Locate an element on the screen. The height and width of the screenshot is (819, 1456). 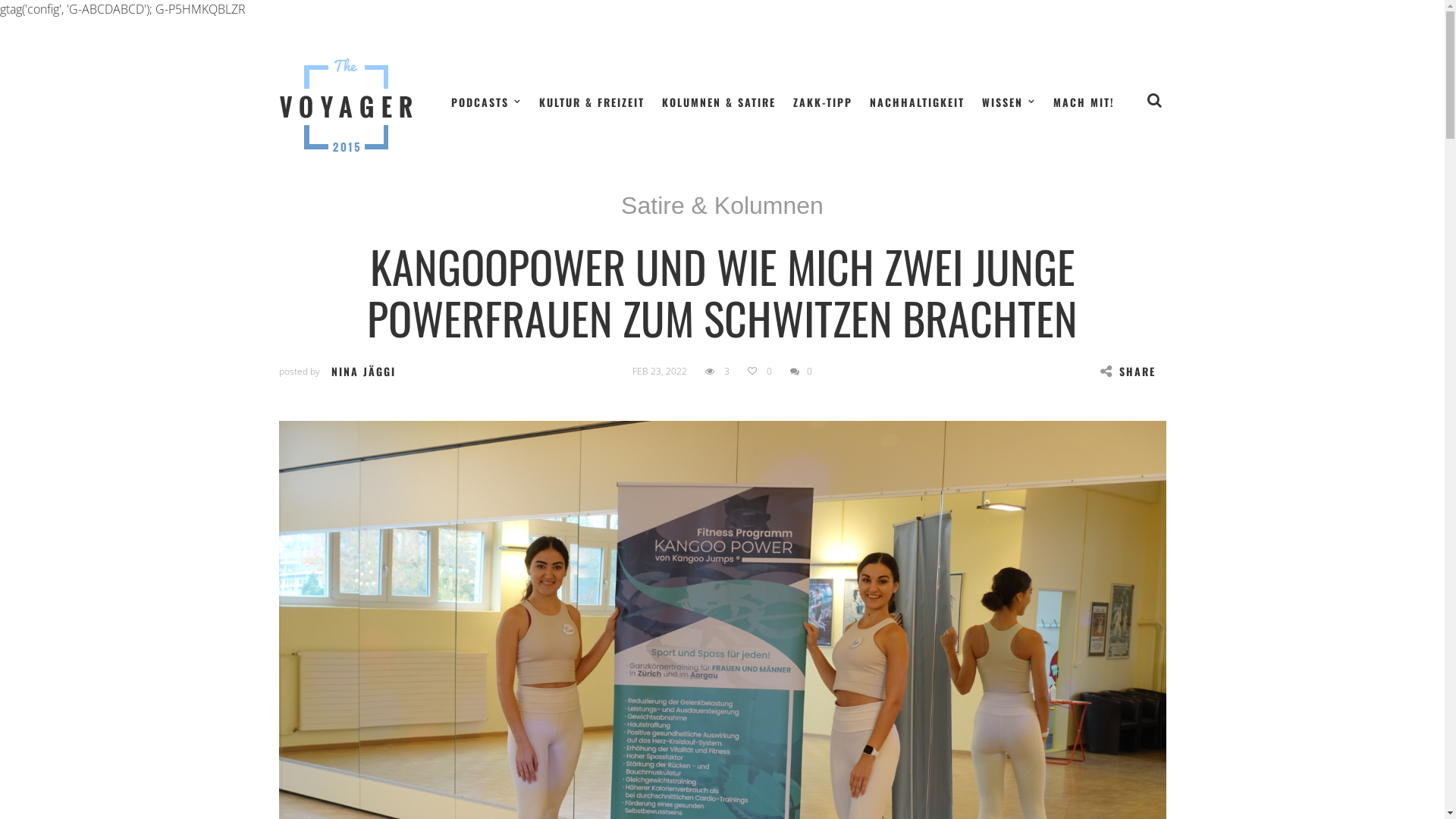
'SHARE' is located at coordinates (1127, 371).